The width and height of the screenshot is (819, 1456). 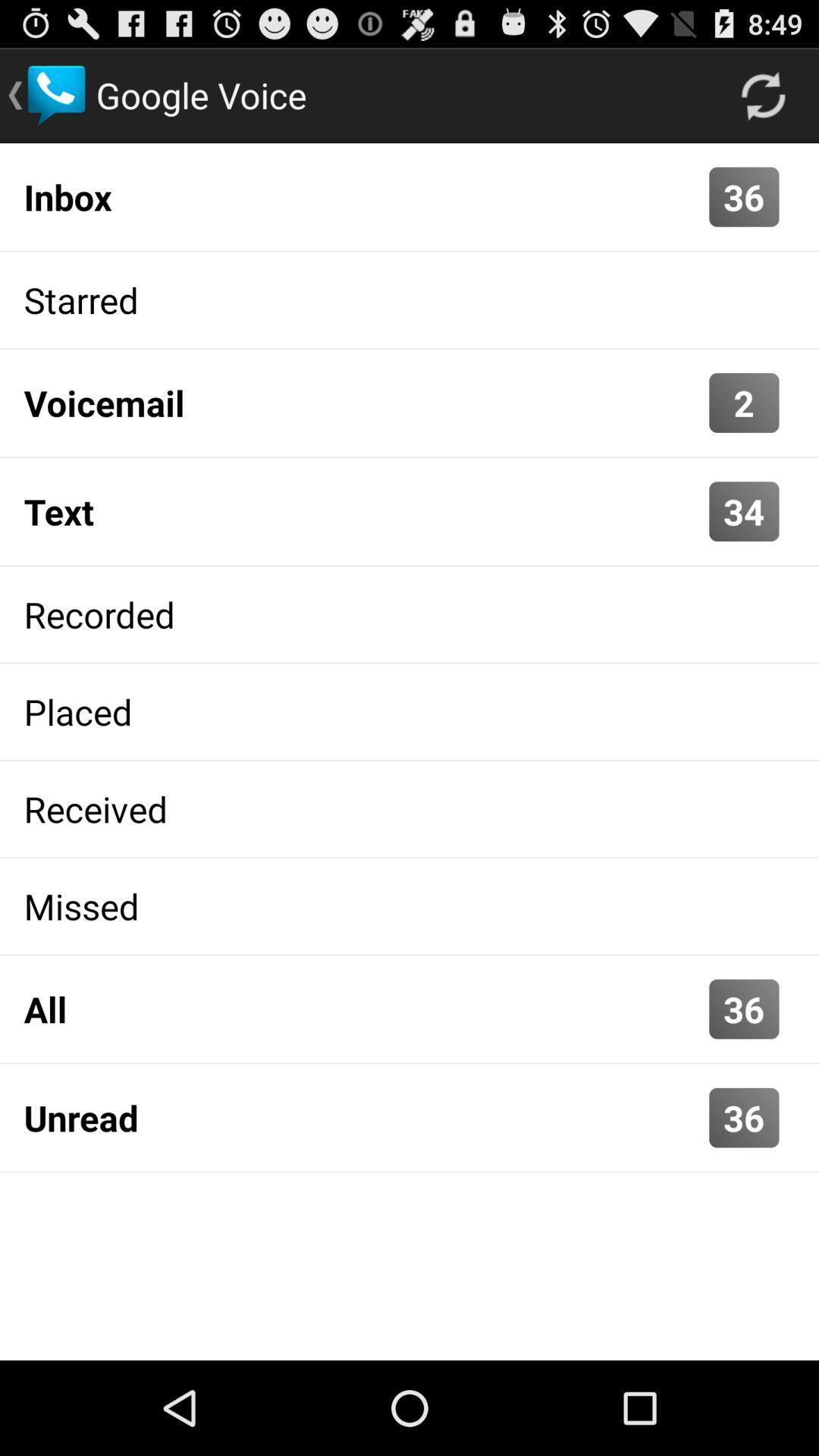 What do you see at coordinates (763, 94) in the screenshot?
I see `item above the 36 item` at bounding box center [763, 94].